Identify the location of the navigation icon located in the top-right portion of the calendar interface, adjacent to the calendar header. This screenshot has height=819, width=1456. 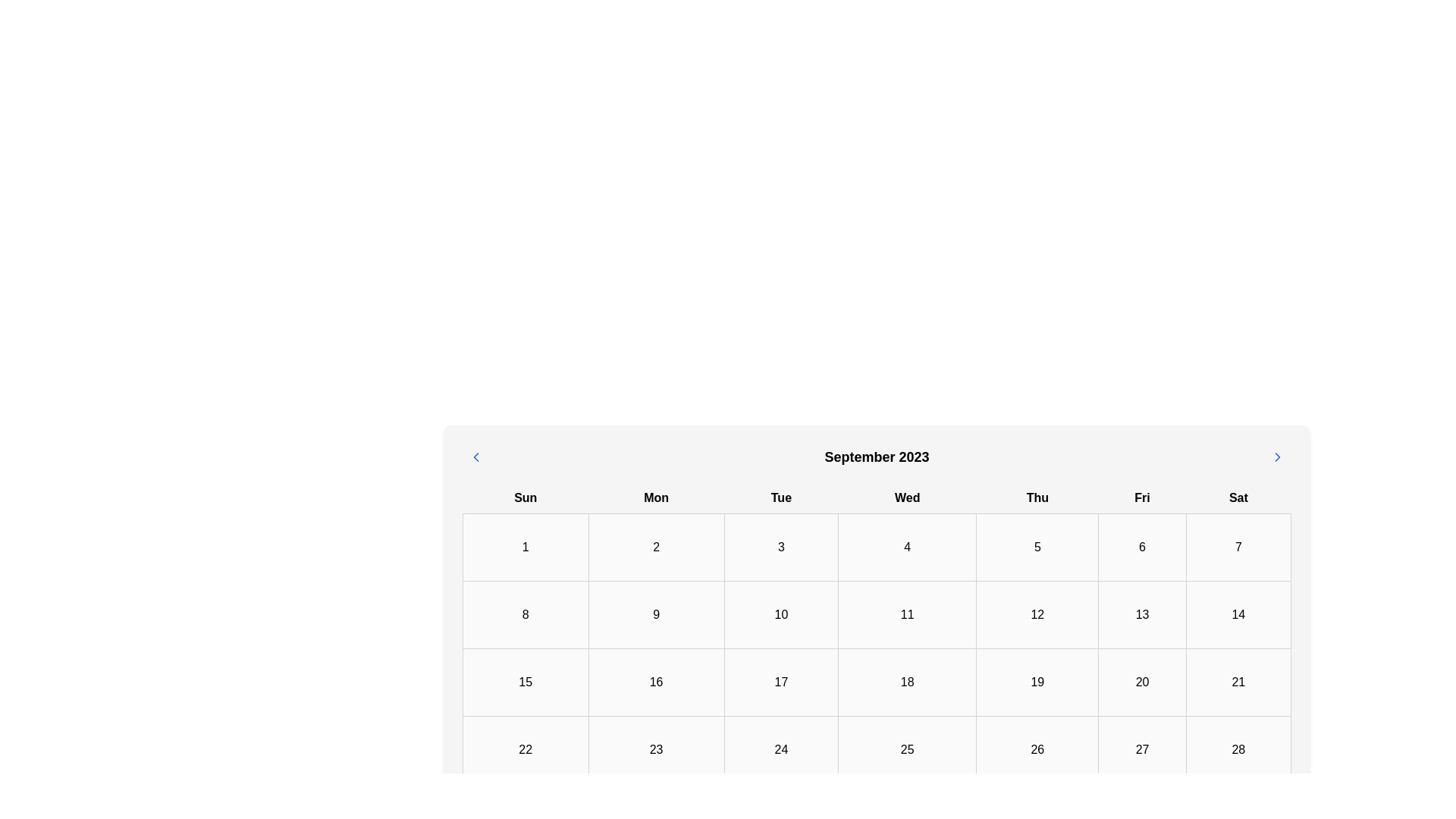
(1276, 456).